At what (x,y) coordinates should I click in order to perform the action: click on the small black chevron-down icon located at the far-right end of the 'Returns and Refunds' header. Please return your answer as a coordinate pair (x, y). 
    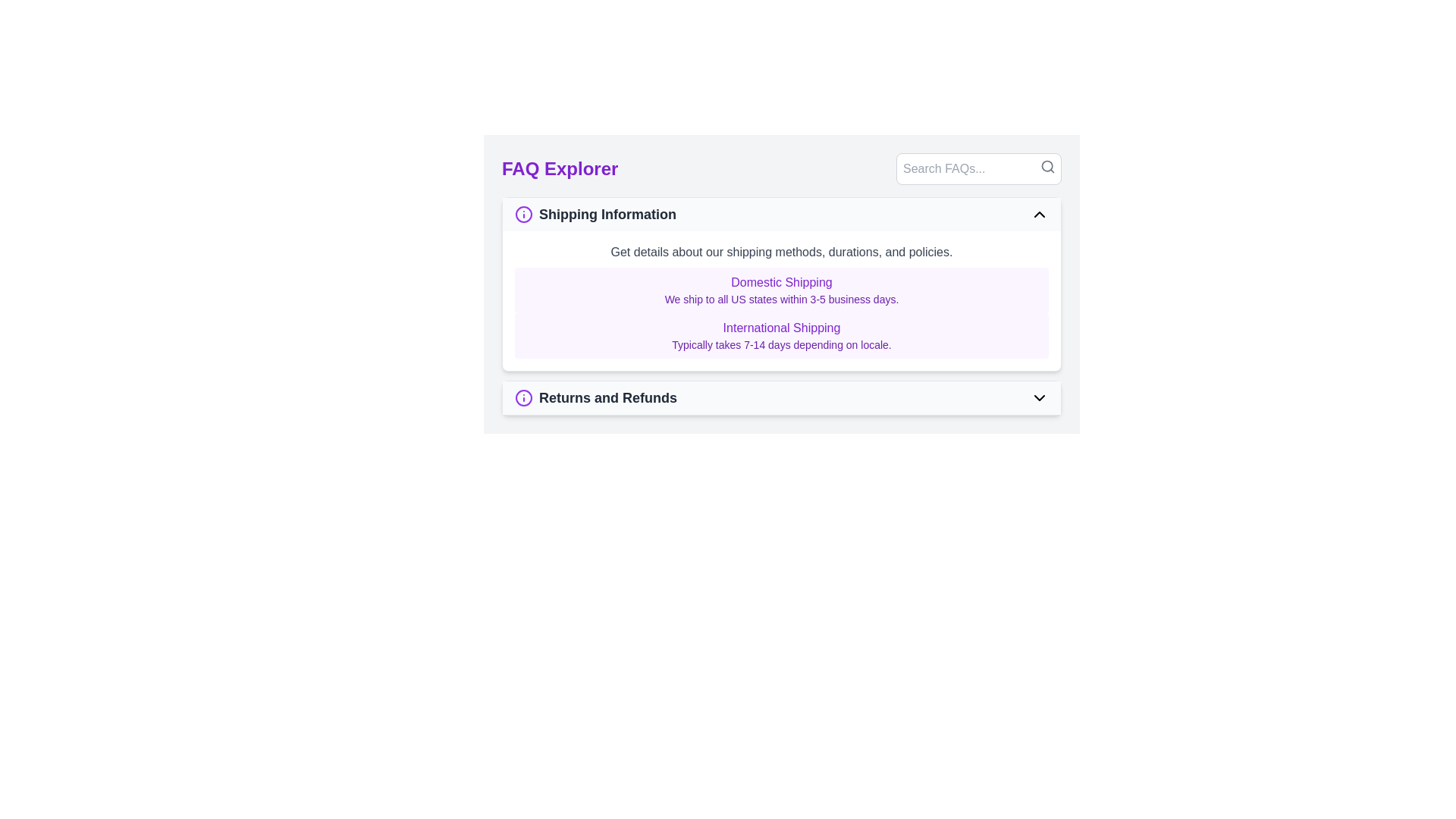
    Looking at the image, I should click on (1039, 397).